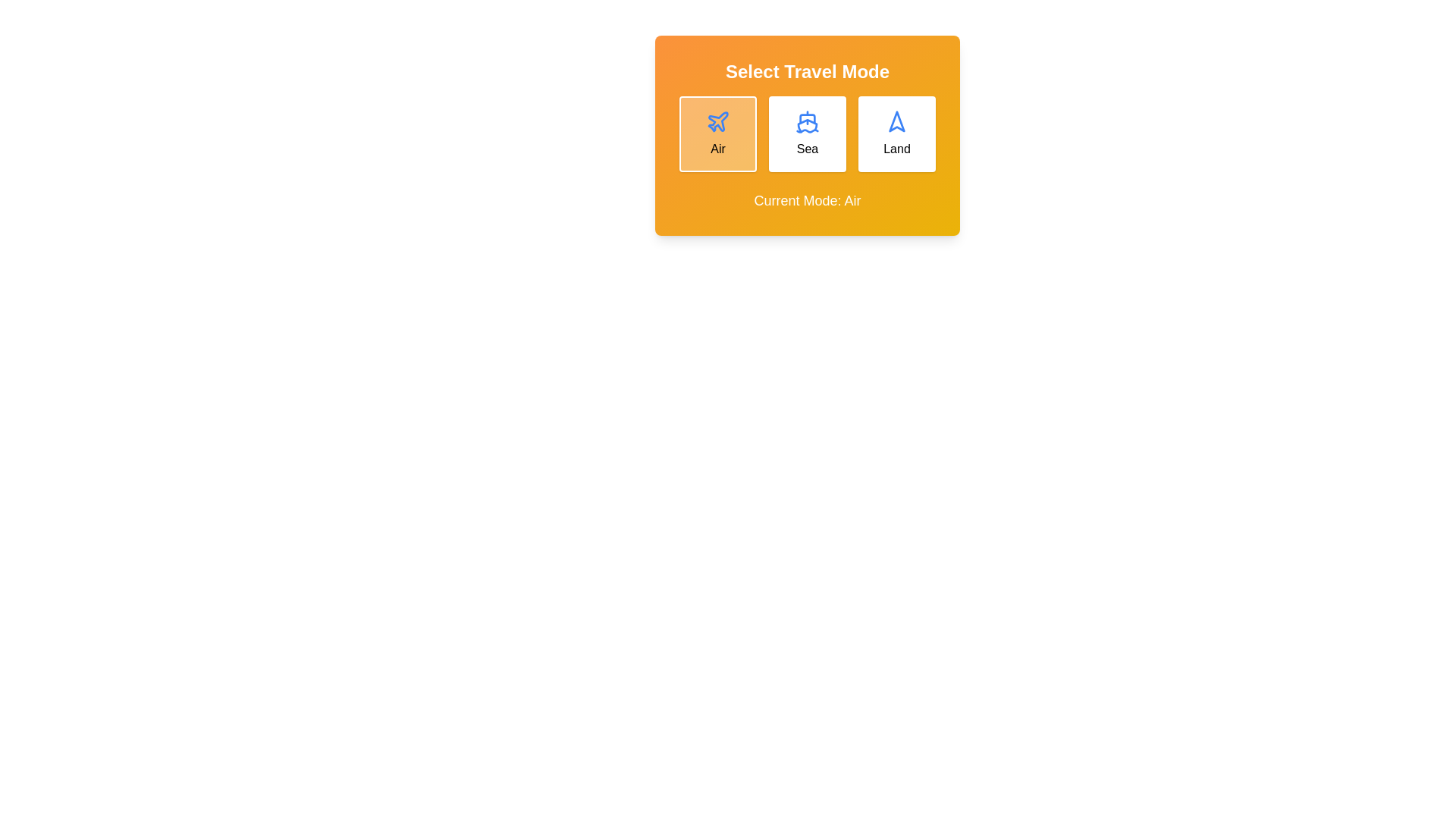 The image size is (1456, 819). I want to click on the travel mode button corresponding to Land, so click(896, 133).